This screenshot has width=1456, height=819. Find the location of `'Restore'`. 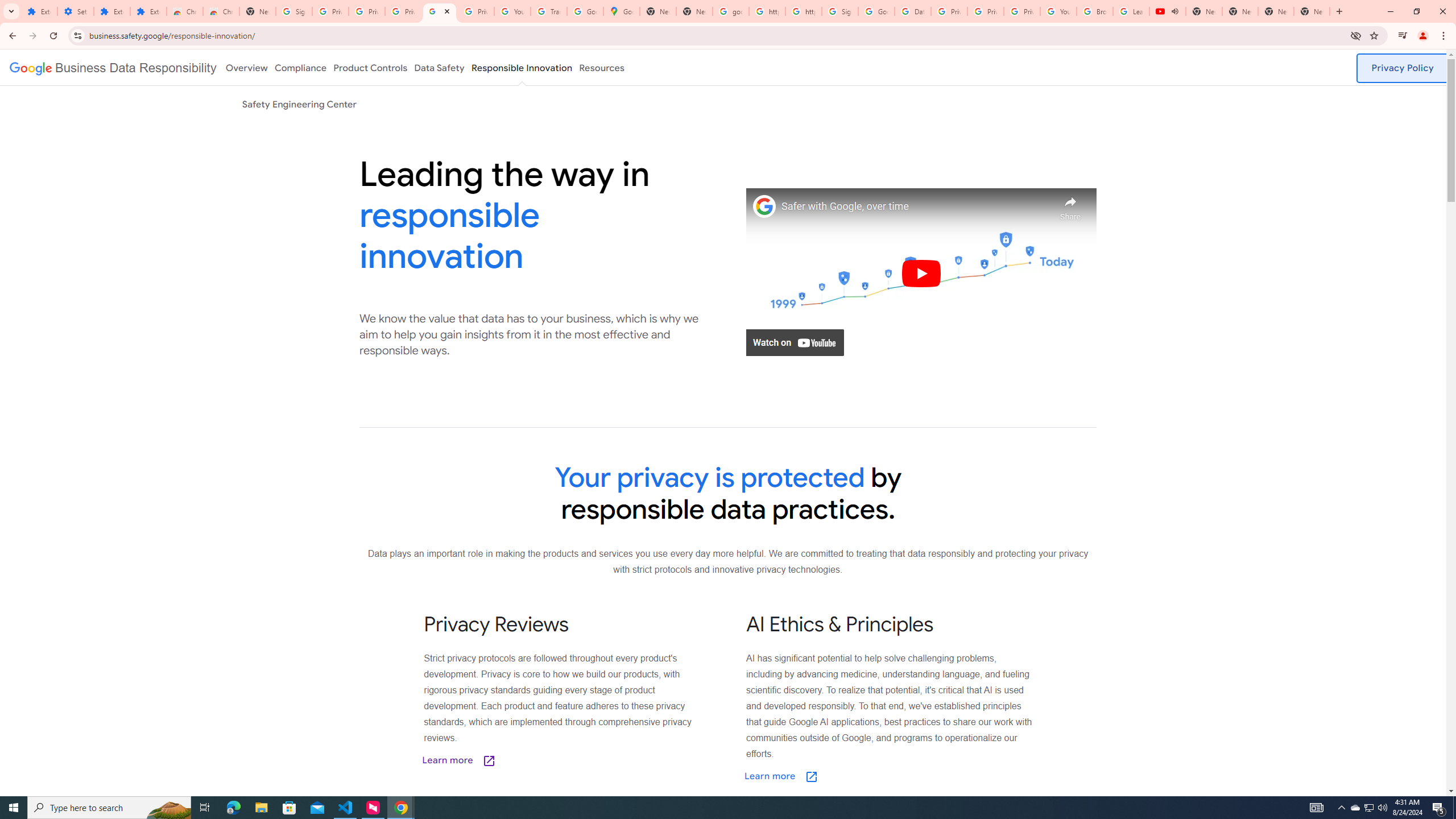

'Restore' is located at coordinates (1416, 11).